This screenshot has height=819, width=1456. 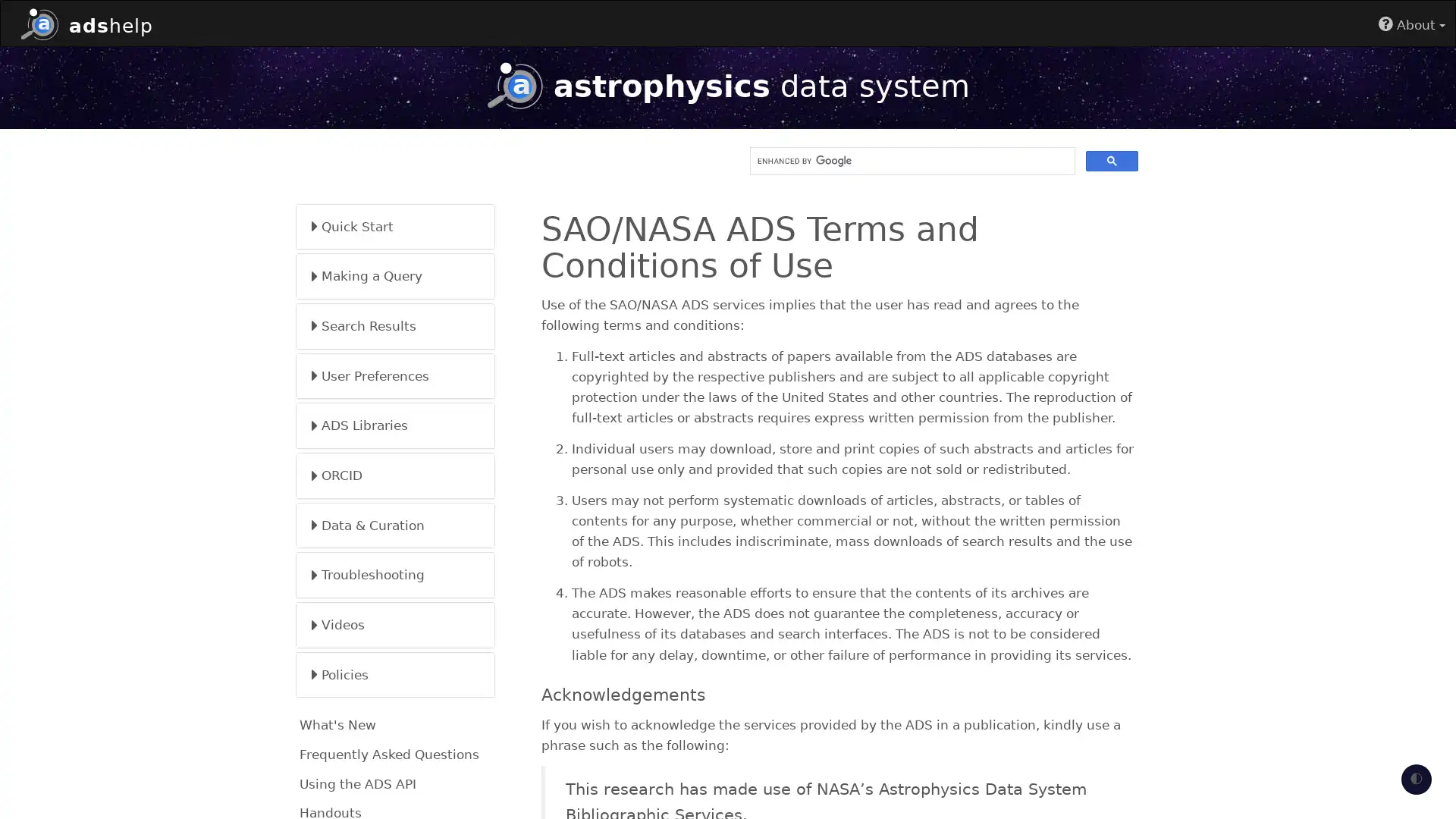 I want to click on Troubleshooting, so click(x=395, y=575).